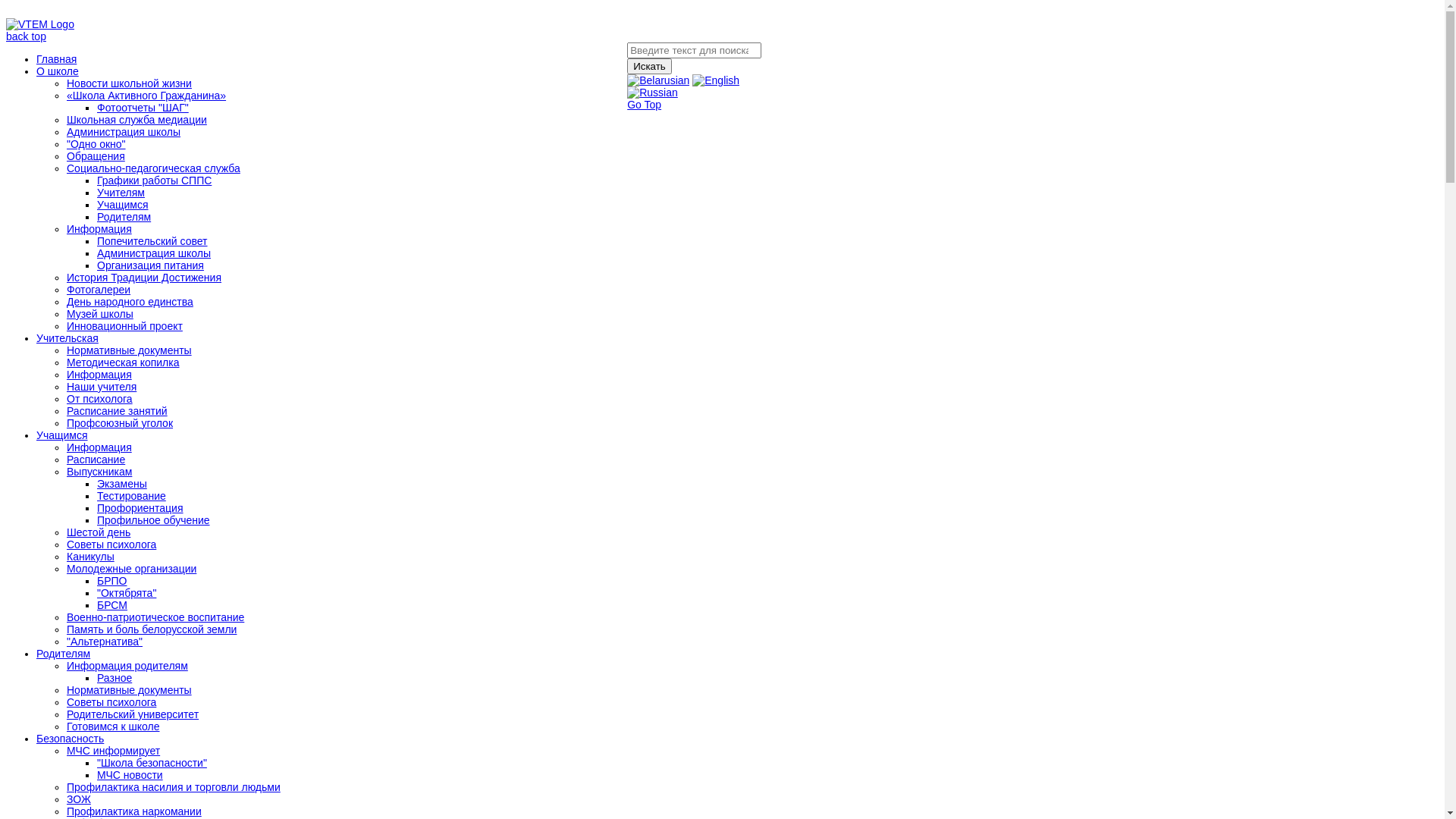  What do you see at coordinates (26, 35) in the screenshot?
I see `'back top'` at bounding box center [26, 35].